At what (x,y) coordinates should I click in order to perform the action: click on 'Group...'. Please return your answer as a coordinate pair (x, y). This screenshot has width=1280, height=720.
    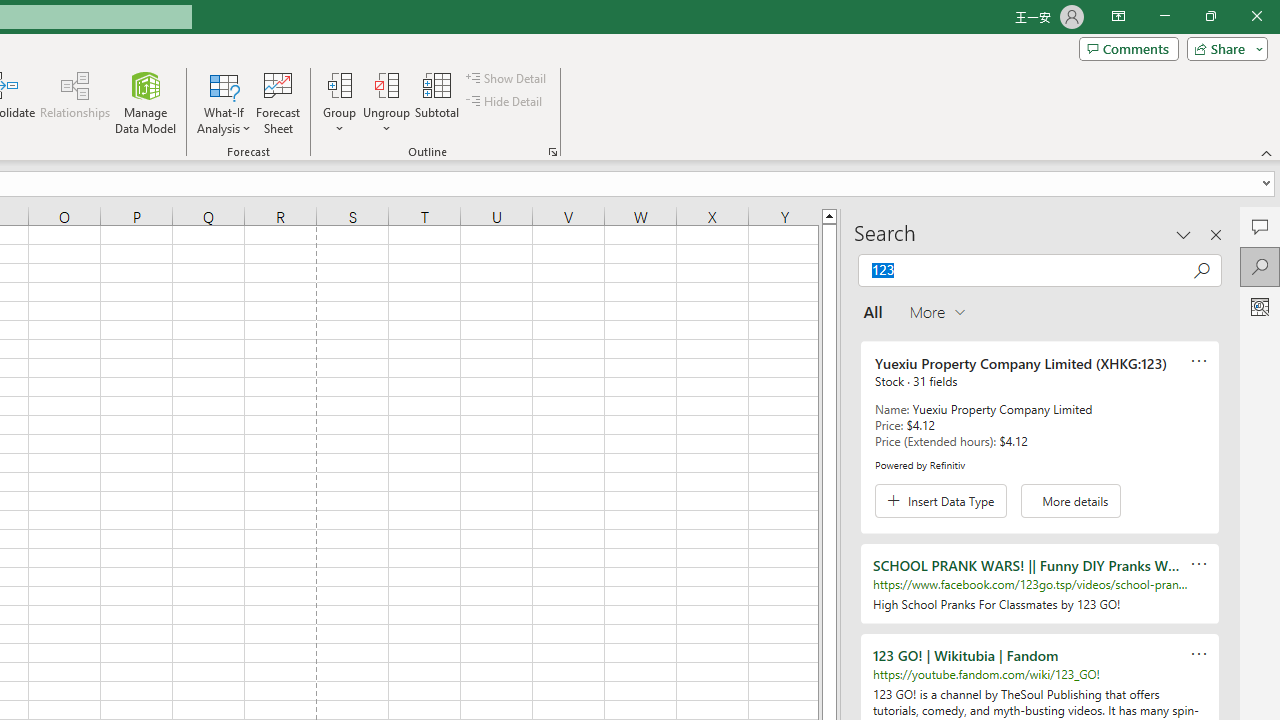
    Looking at the image, I should click on (339, 84).